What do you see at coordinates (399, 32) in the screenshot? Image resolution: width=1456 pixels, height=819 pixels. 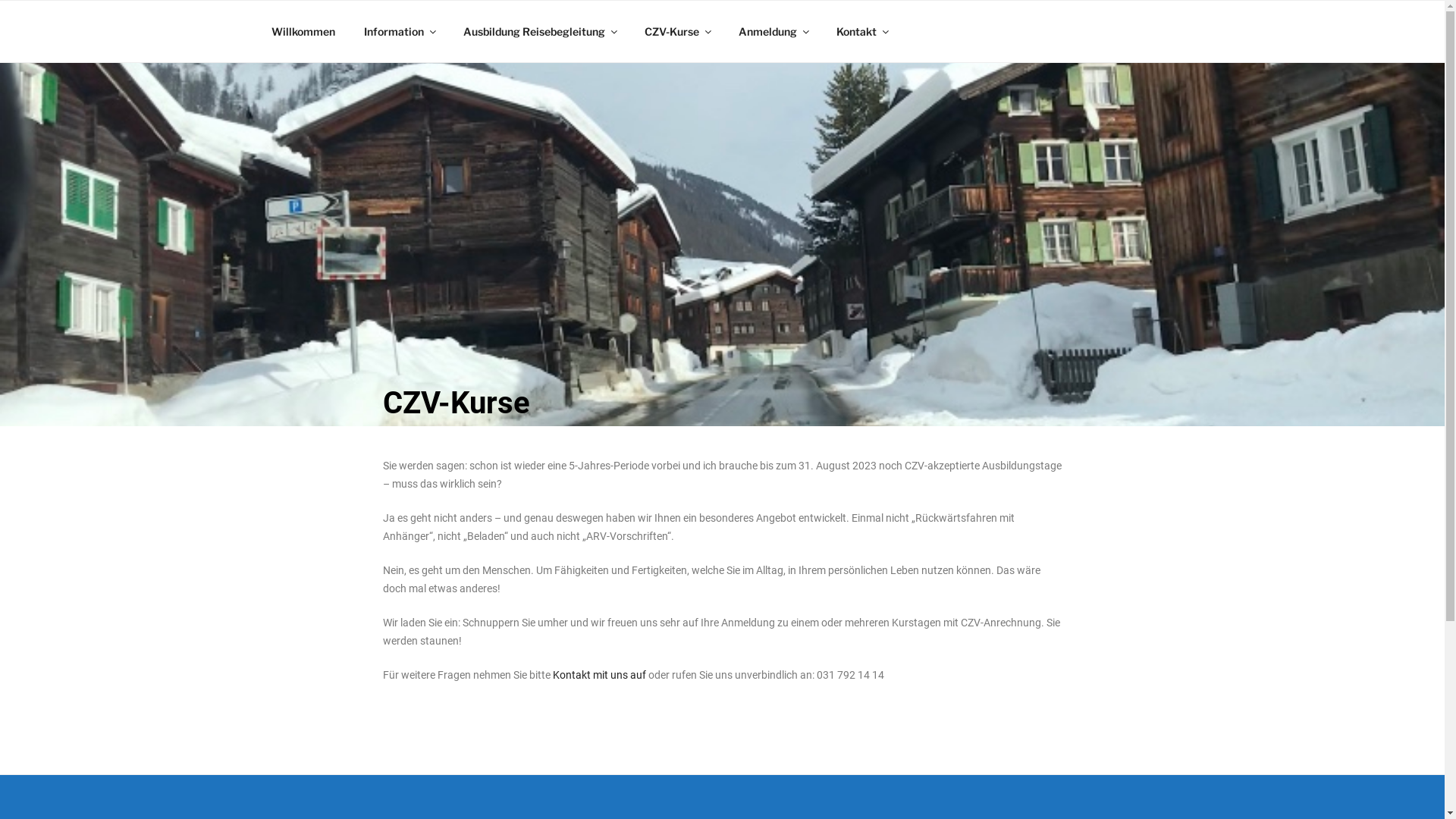 I see `'Information'` at bounding box center [399, 32].